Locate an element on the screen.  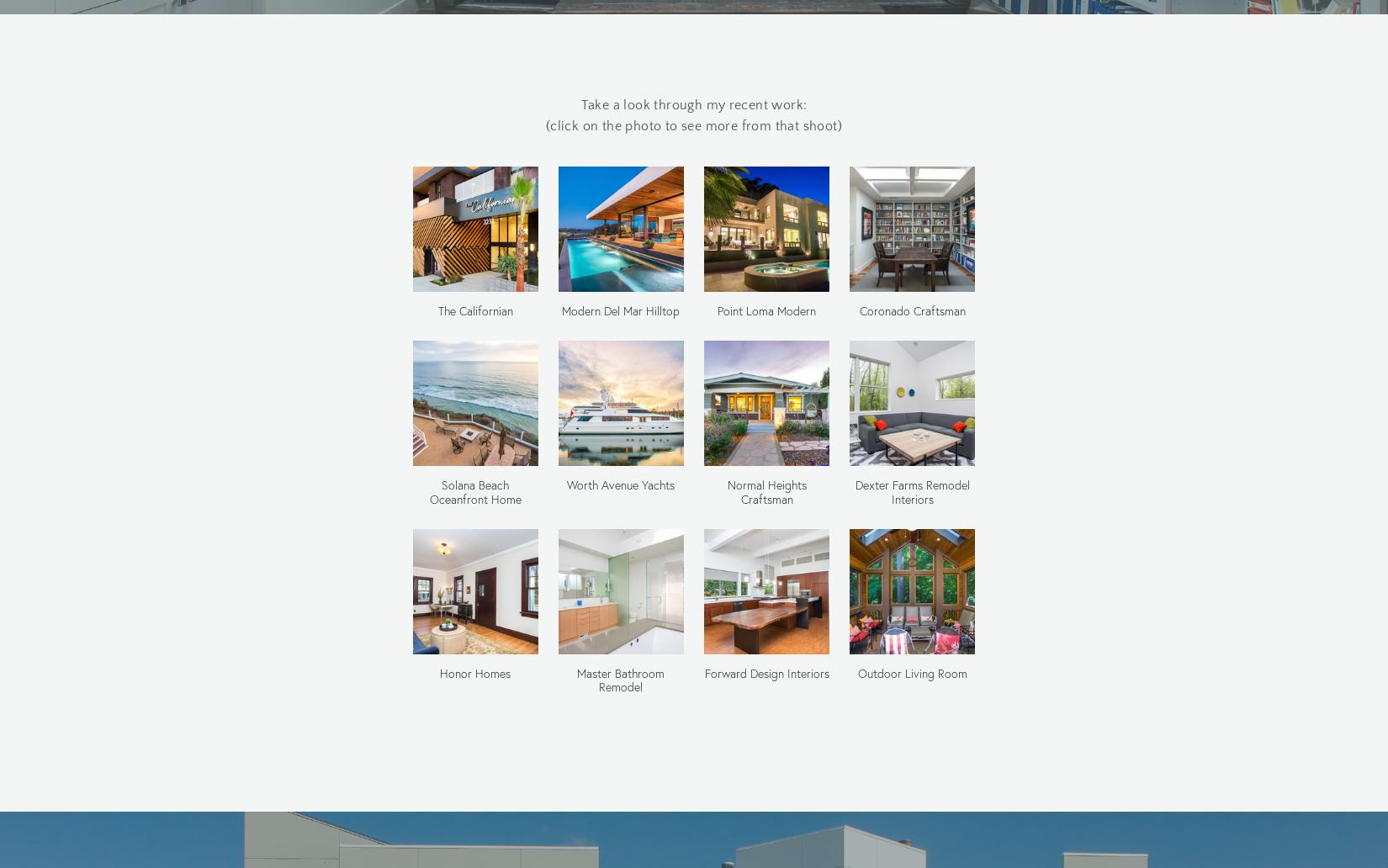
'Take a look through my recent work:' is located at coordinates (692, 104).